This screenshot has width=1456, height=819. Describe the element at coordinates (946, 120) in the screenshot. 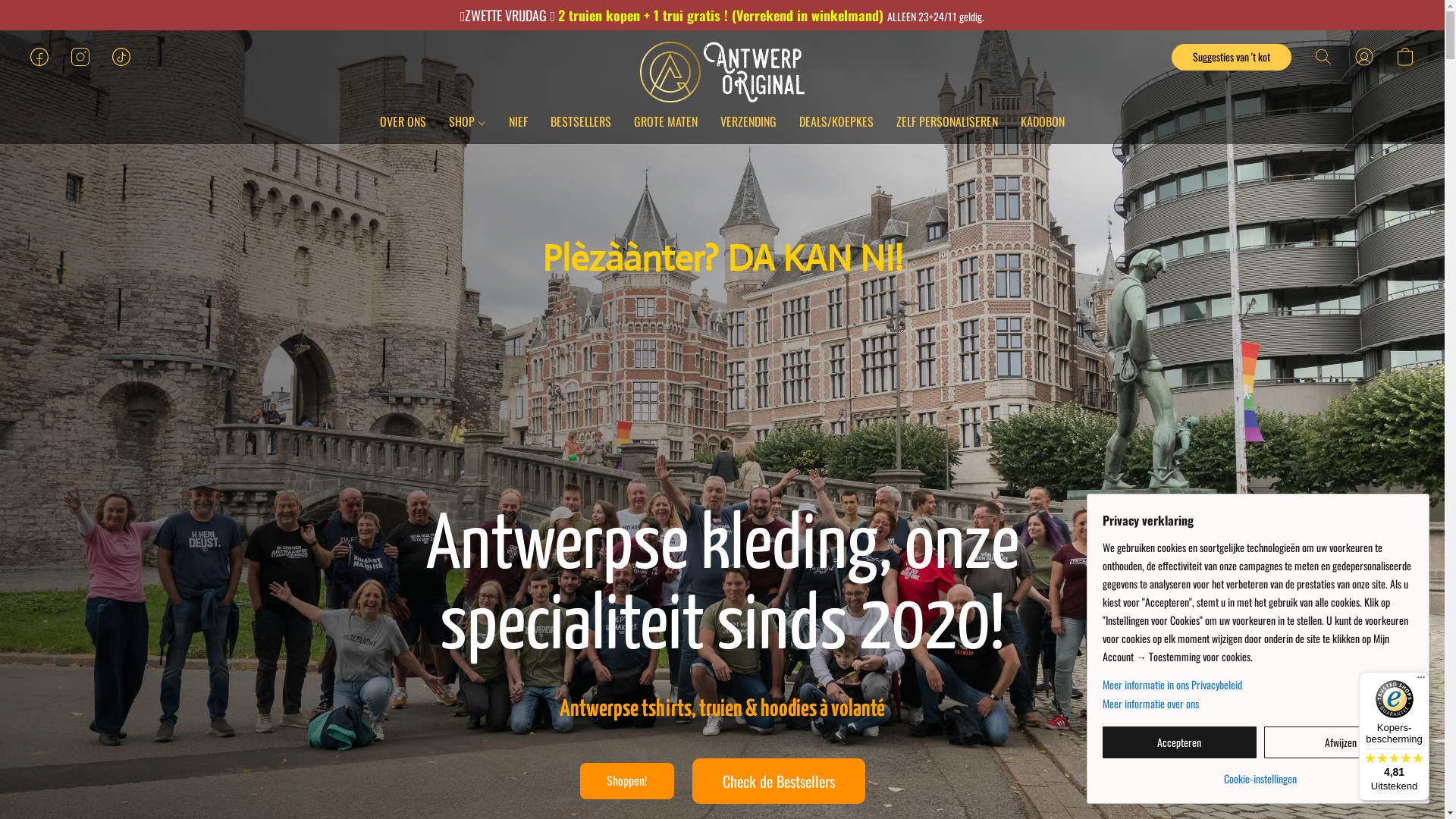

I see `'ZELF PERSONALISEREN'` at that location.